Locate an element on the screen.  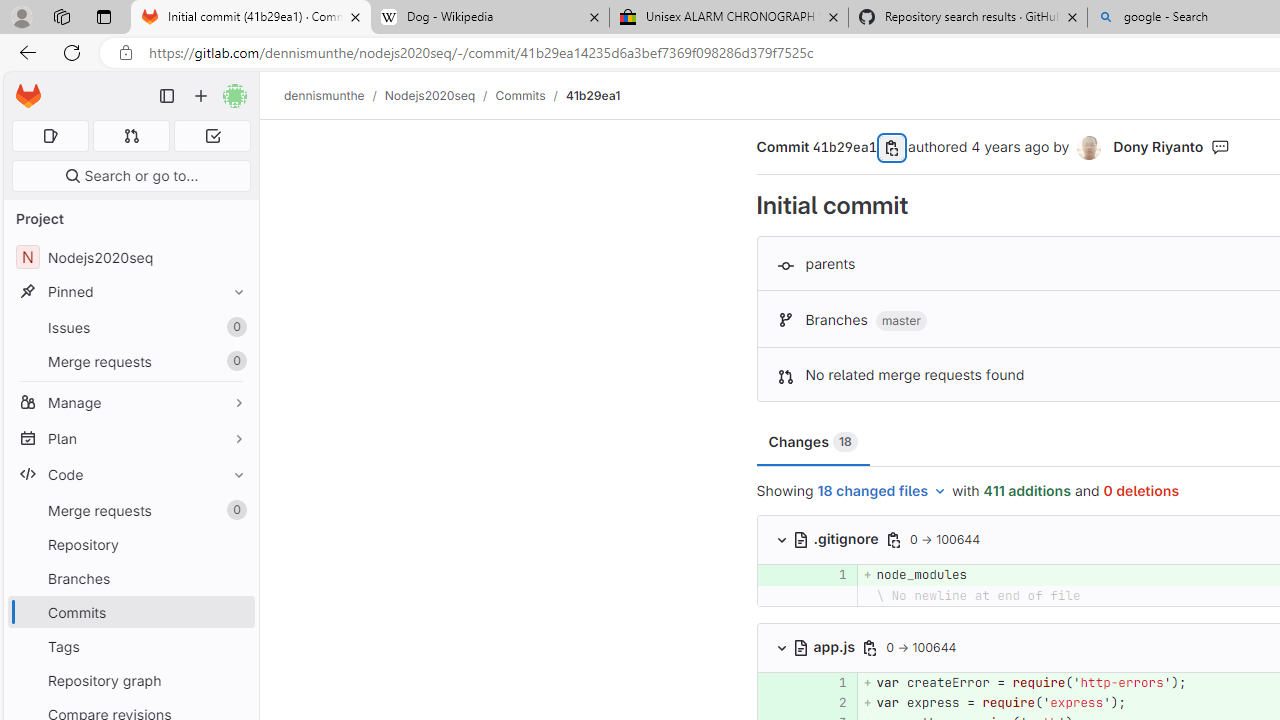
'Pinned' is located at coordinates (130, 291).